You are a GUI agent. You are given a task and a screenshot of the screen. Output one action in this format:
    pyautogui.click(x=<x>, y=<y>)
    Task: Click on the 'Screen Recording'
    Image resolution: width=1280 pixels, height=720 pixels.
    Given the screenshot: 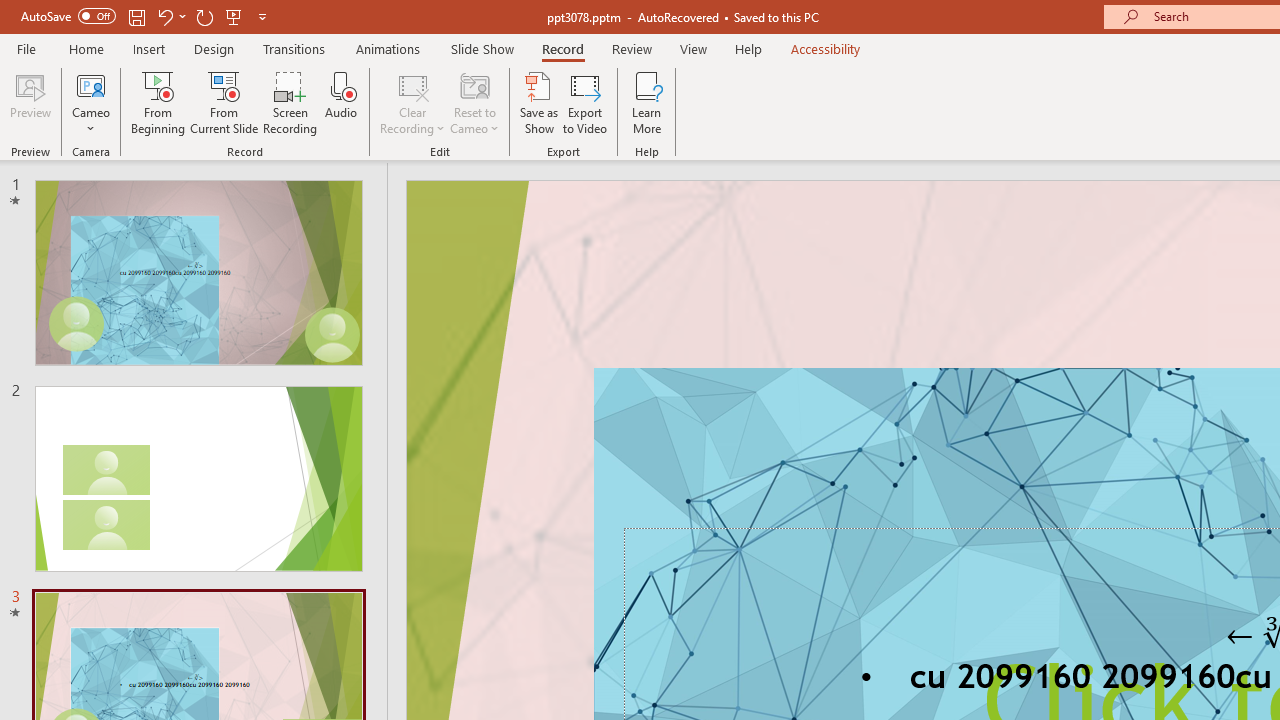 What is the action you would take?
    pyautogui.click(x=289, y=103)
    